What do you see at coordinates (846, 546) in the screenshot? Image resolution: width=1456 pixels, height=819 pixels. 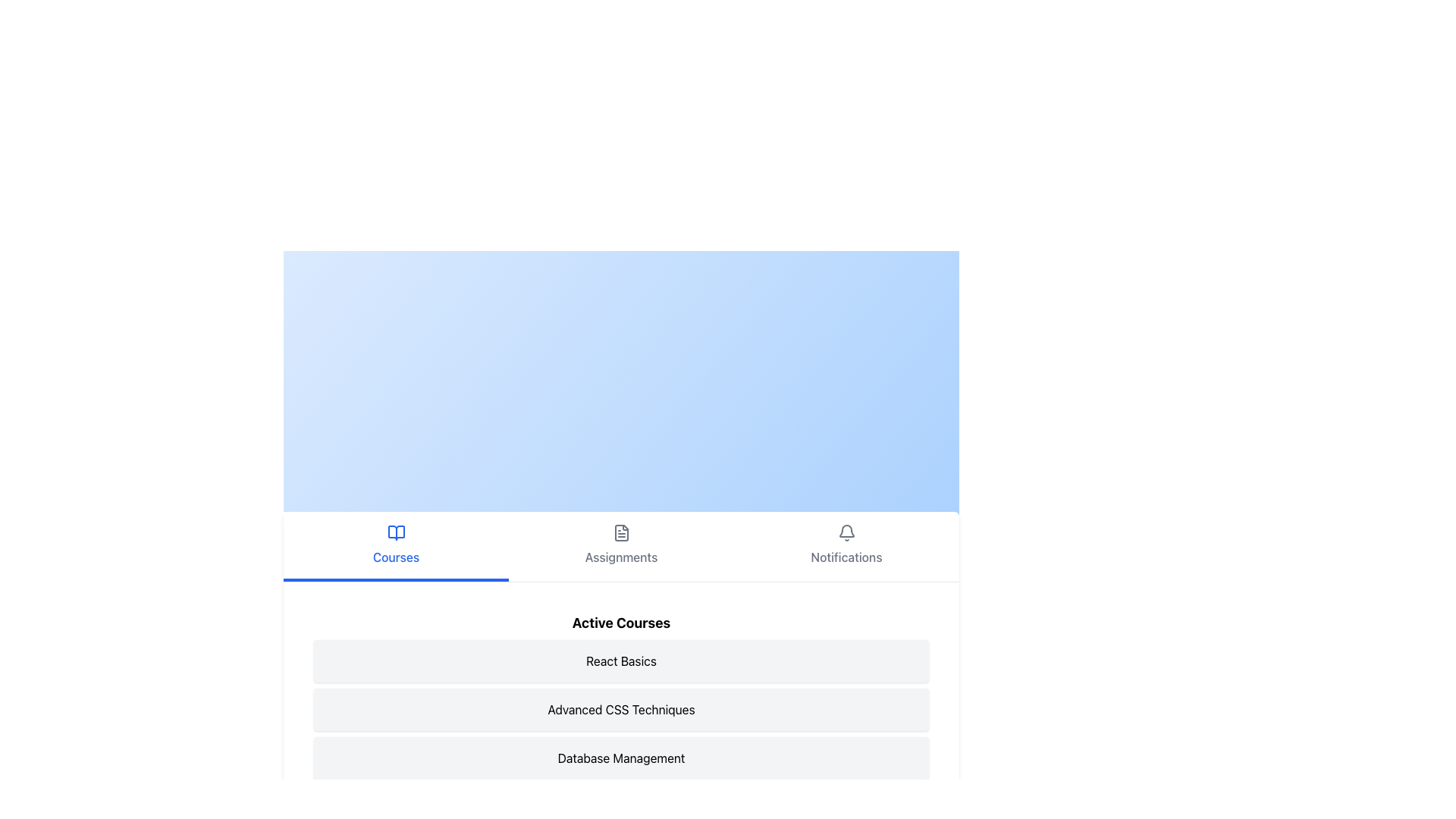 I see `the Notifications button located in the horizontal navigation bar, positioned after the Courses and Assignments buttons, to highlight it` at bounding box center [846, 546].